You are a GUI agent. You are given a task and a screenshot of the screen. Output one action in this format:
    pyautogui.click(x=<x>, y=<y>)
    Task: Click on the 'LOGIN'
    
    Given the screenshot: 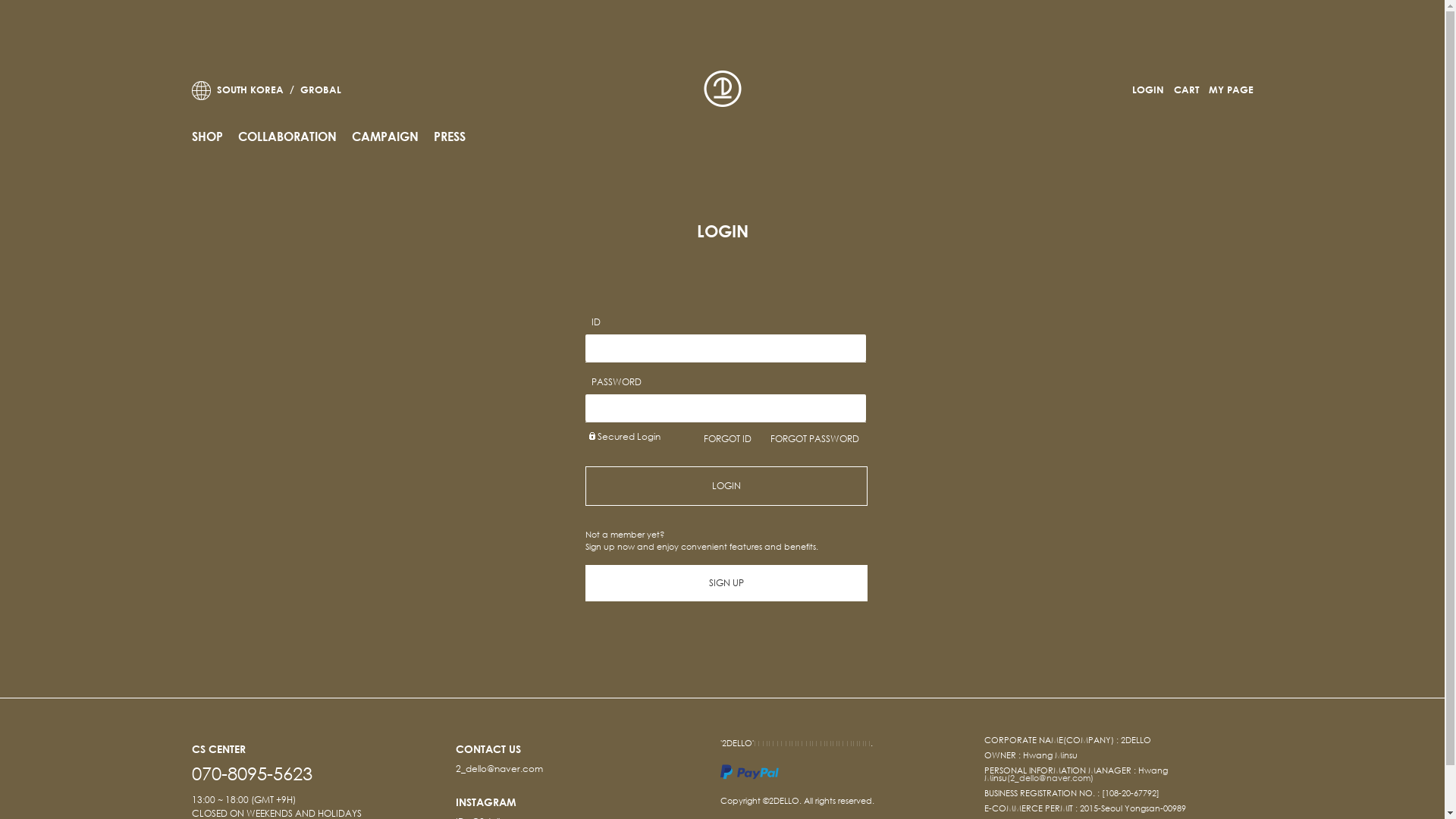 What is the action you would take?
    pyautogui.click(x=585, y=485)
    